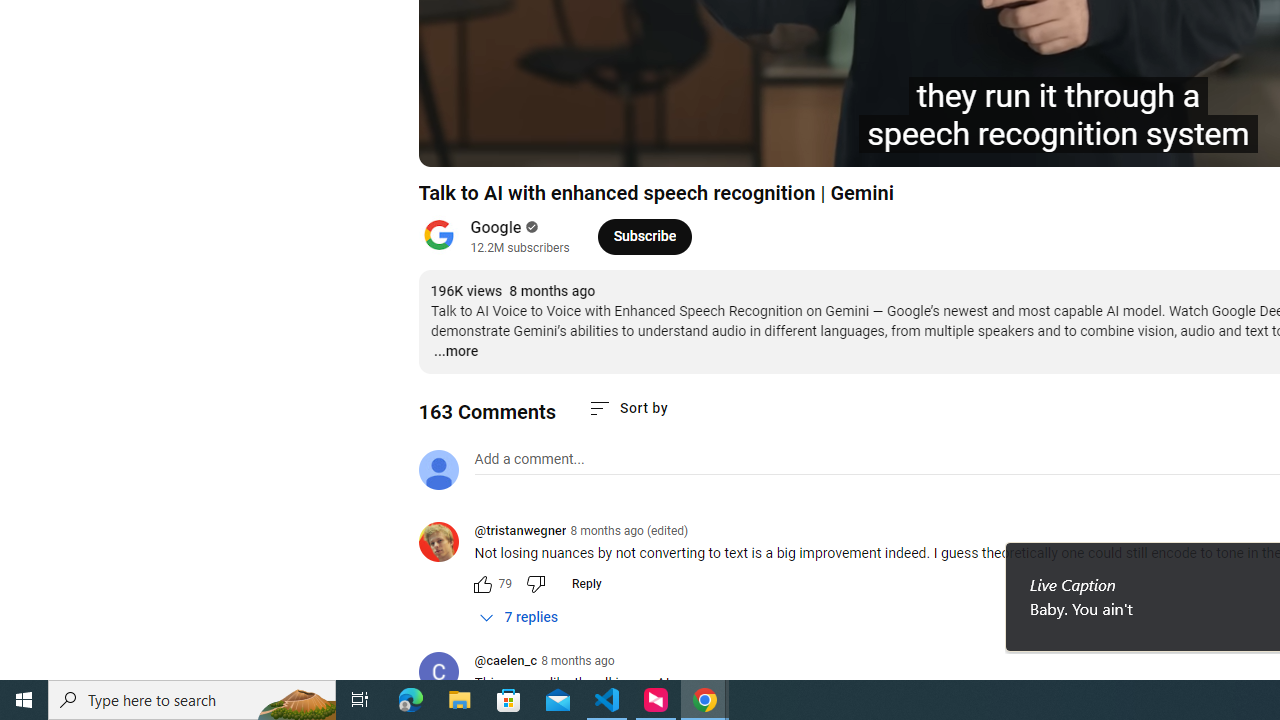 This screenshot has height=720, width=1280. What do you see at coordinates (520, 531) in the screenshot?
I see `'@tristanwegner'` at bounding box center [520, 531].